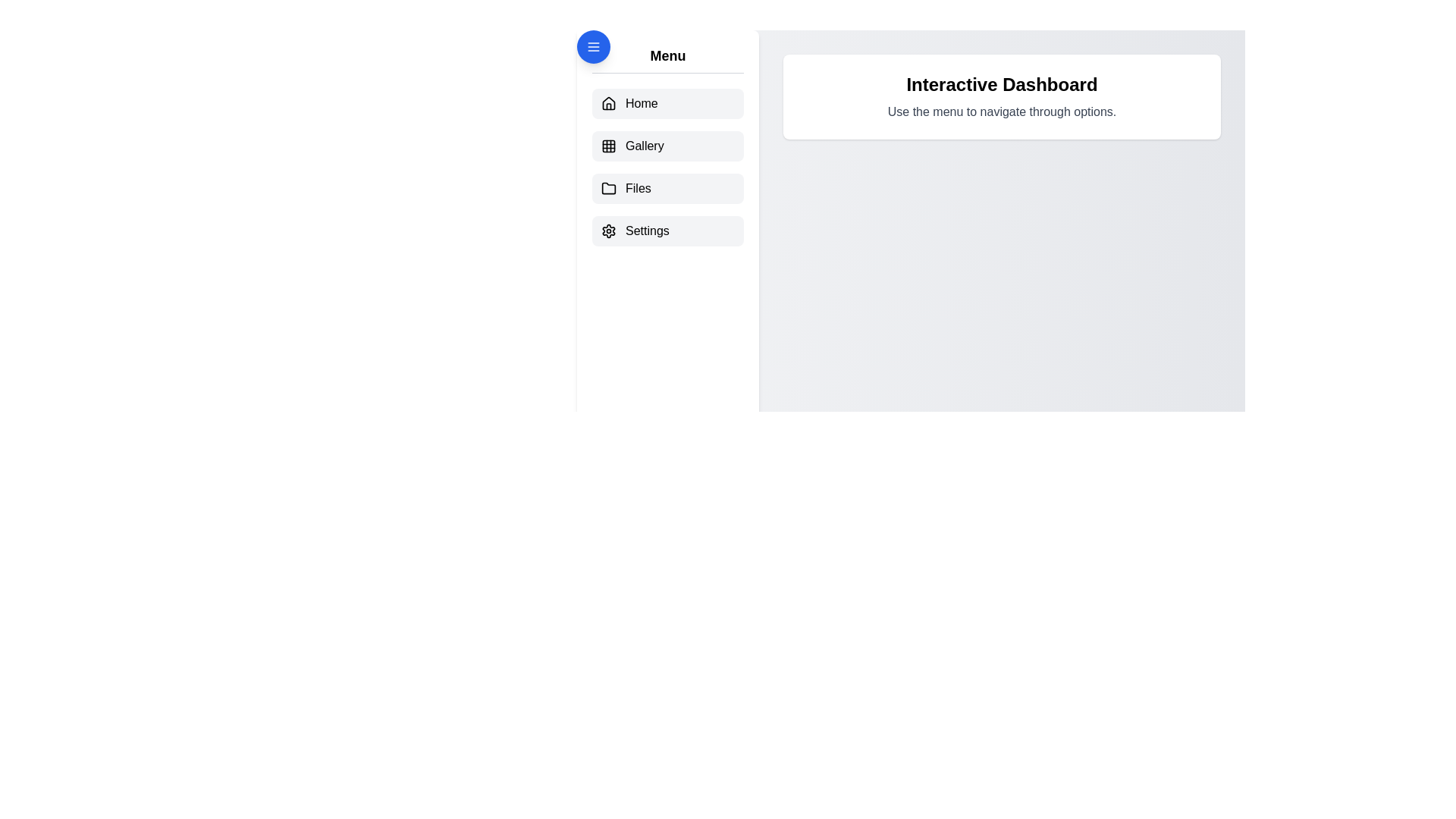 This screenshot has height=819, width=1456. Describe the element at coordinates (667, 103) in the screenshot. I see `the menu item Home` at that location.